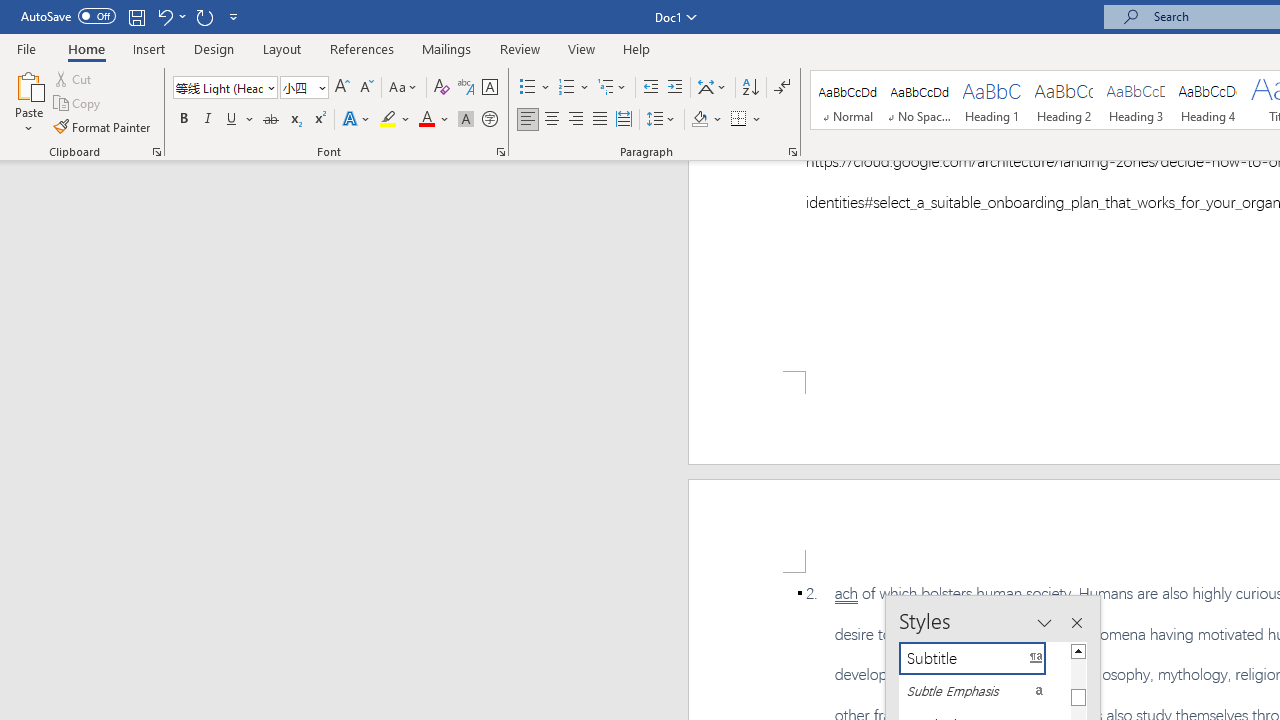  I want to click on 'Insert', so click(148, 48).